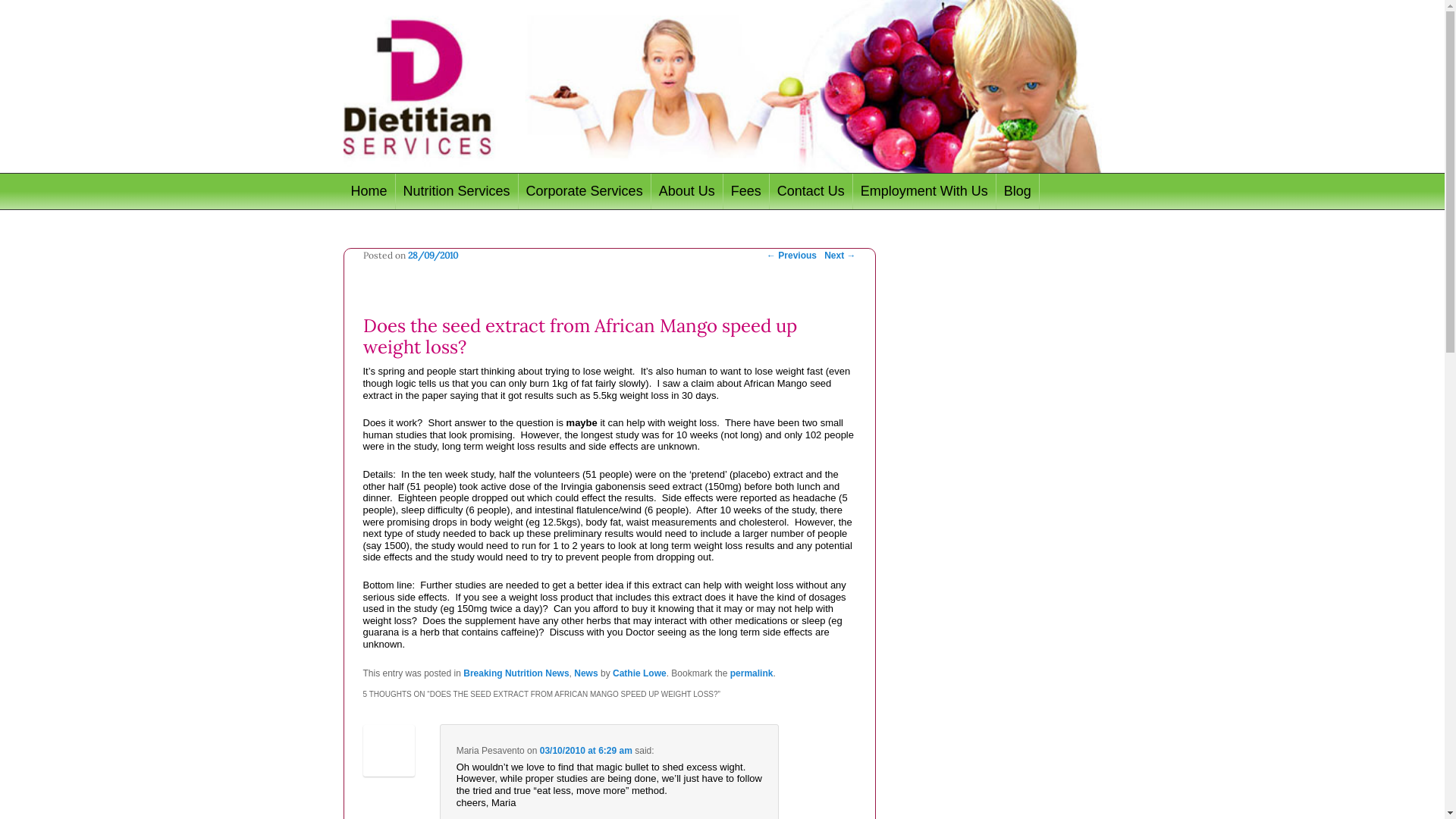 Image resolution: width=1456 pixels, height=819 pixels. Describe the element at coordinates (639, 672) in the screenshot. I see `'Cathie Lowe'` at that location.